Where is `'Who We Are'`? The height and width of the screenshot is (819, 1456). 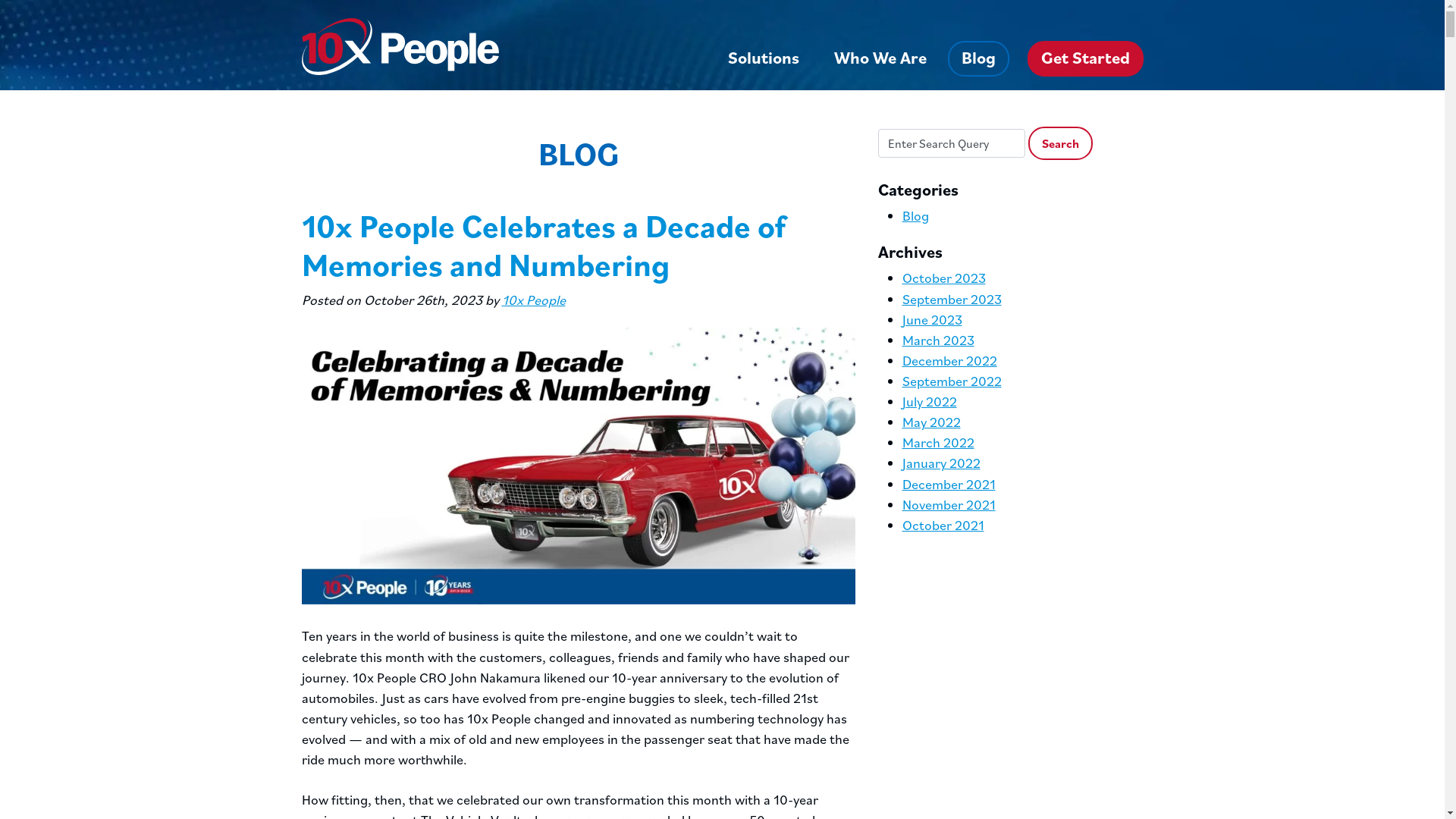 'Who We Are' is located at coordinates (880, 58).